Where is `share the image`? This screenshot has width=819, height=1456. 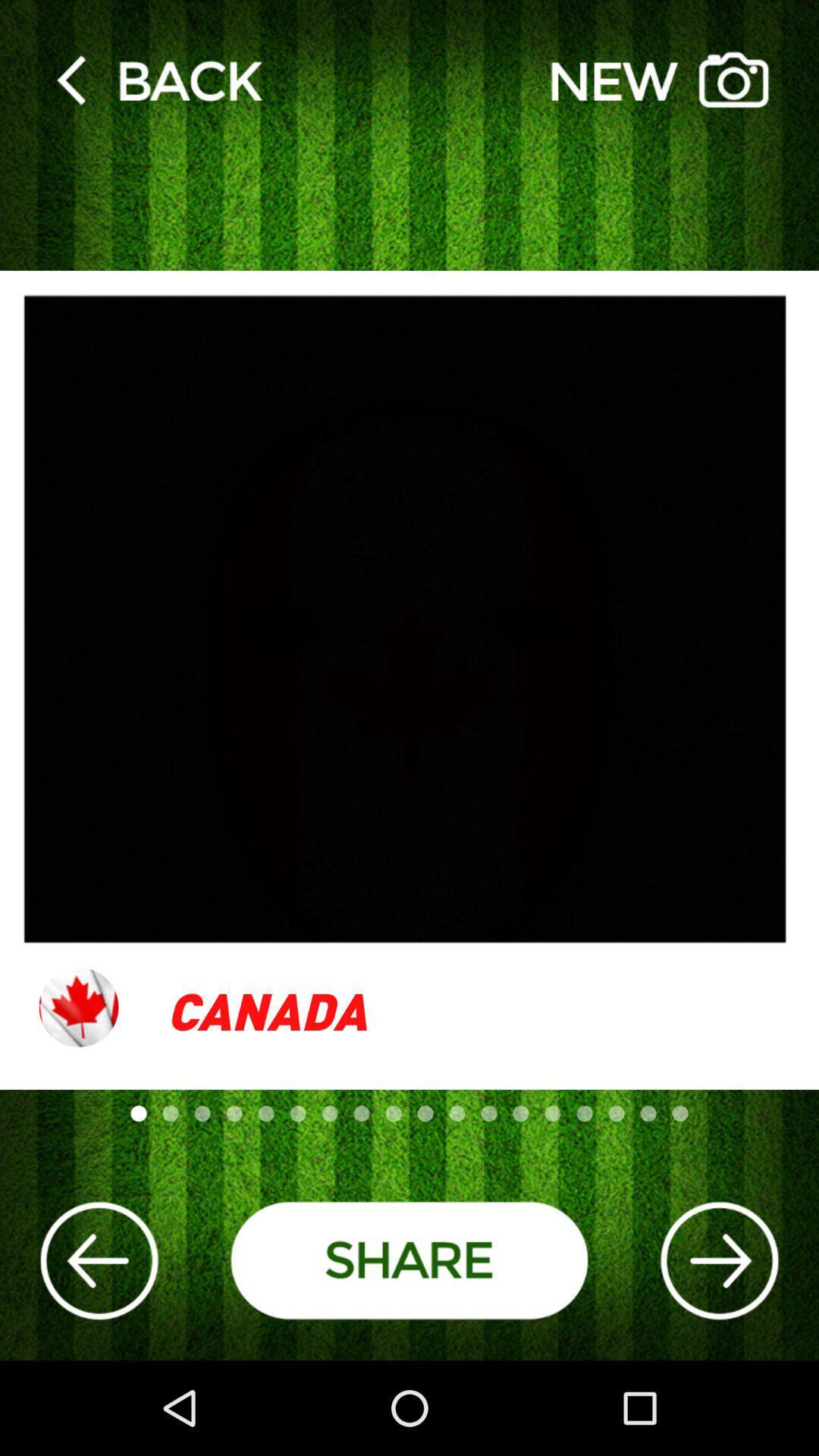 share the image is located at coordinates (409, 1260).